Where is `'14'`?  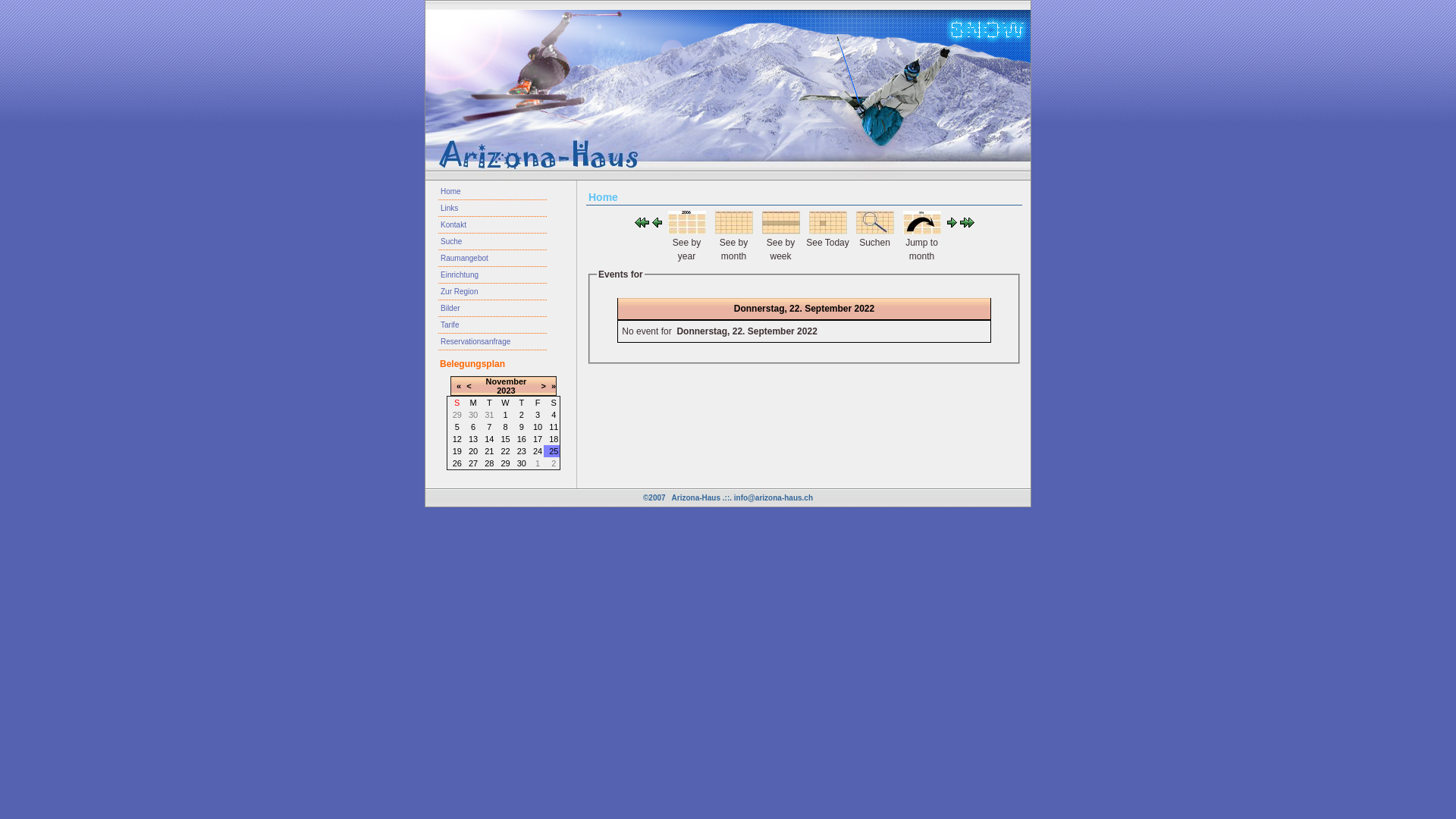 '14' is located at coordinates (488, 438).